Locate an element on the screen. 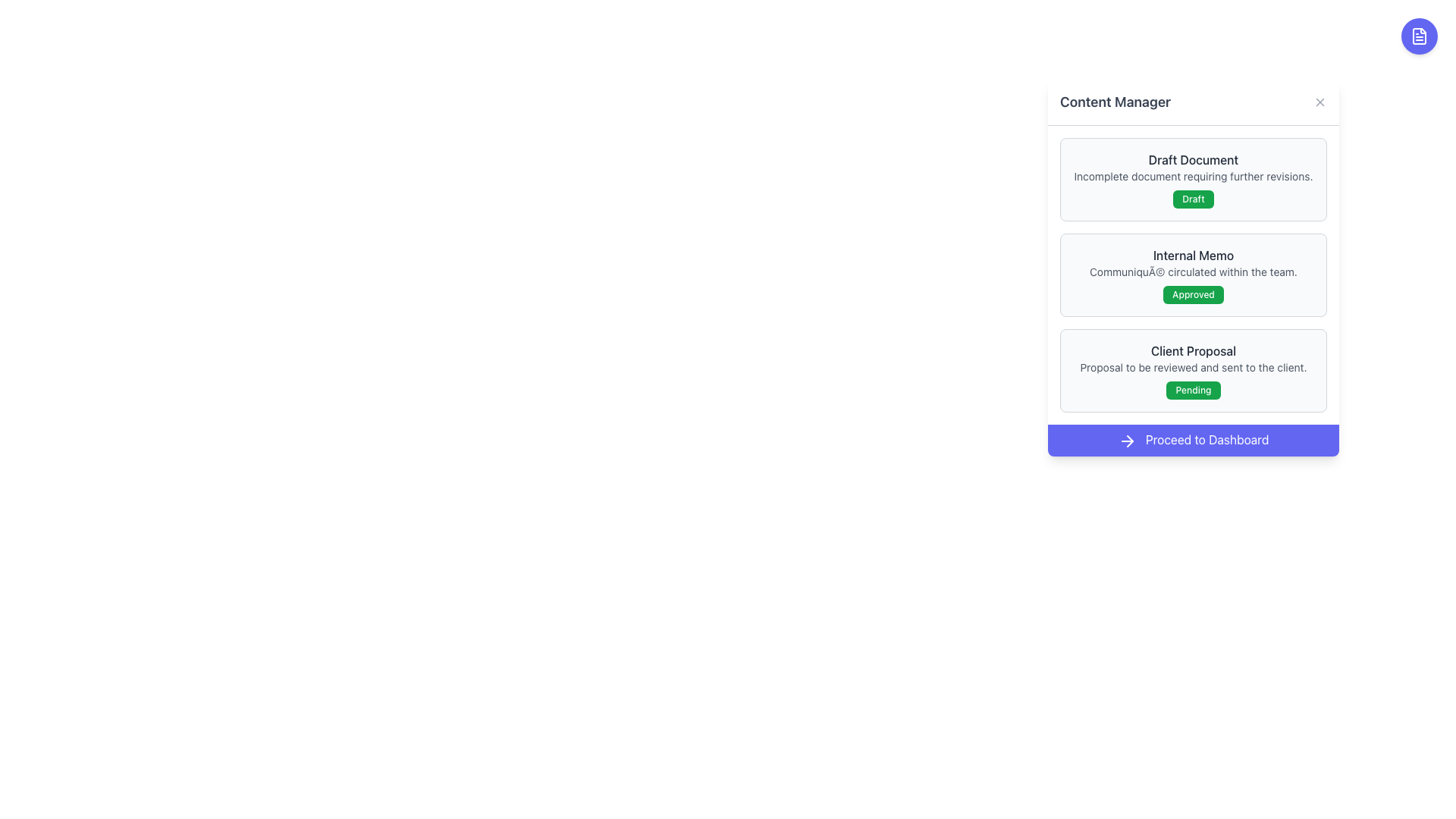 This screenshot has width=1456, height=819. text content of the Status Label, which indicates the document is in a 'Draft' state. This label is located within the 'Draft Document' section of the 'Content Manager' box, below the text 'Incomplete document requiring further revisions.' is located at coordinates (1193, 198).